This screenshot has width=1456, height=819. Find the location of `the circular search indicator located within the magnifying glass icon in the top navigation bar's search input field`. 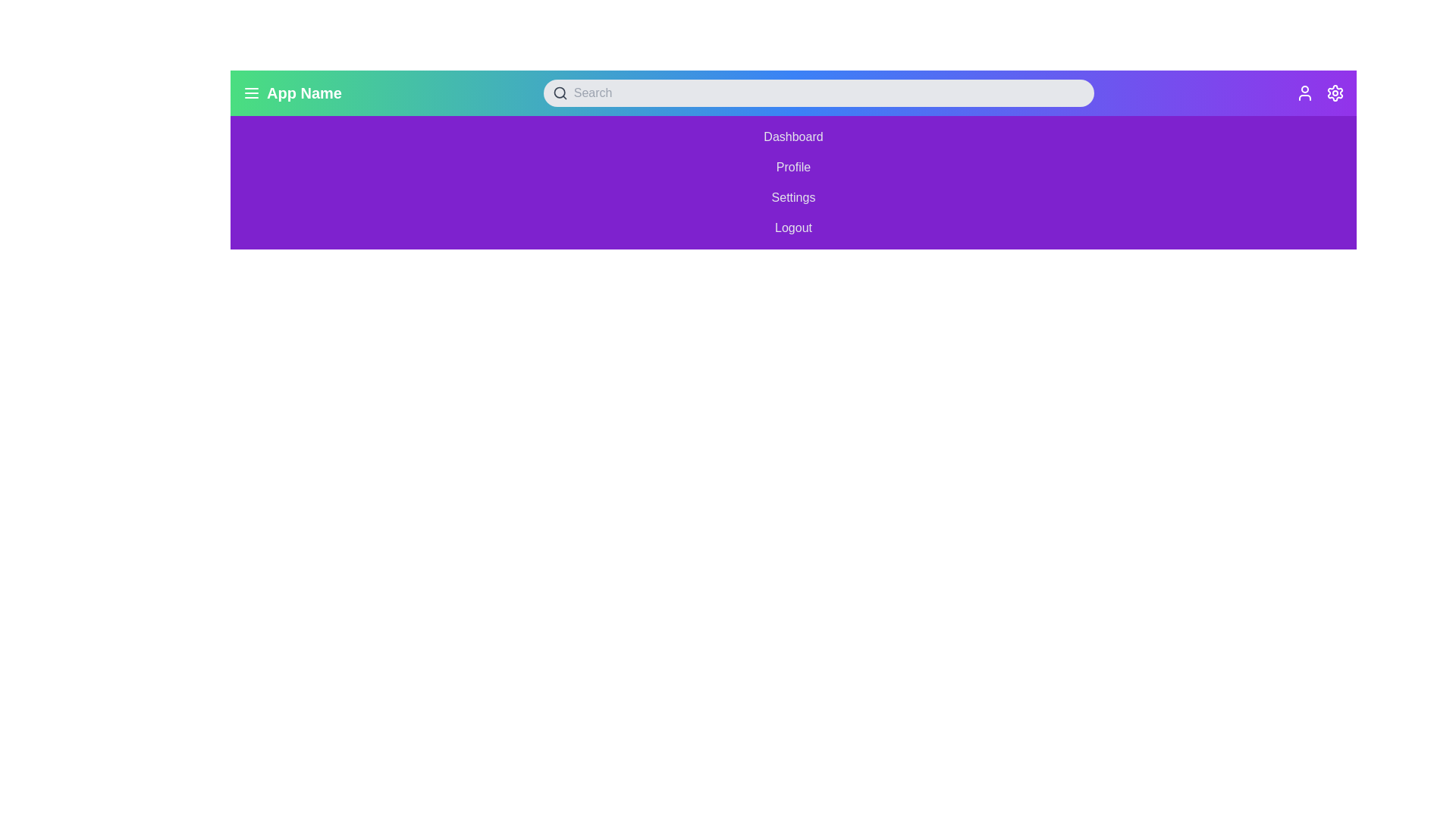

the circular search indicator located within the magnifying glass icon in the top navigation bar's search input field is located at coordinates (558, 93).